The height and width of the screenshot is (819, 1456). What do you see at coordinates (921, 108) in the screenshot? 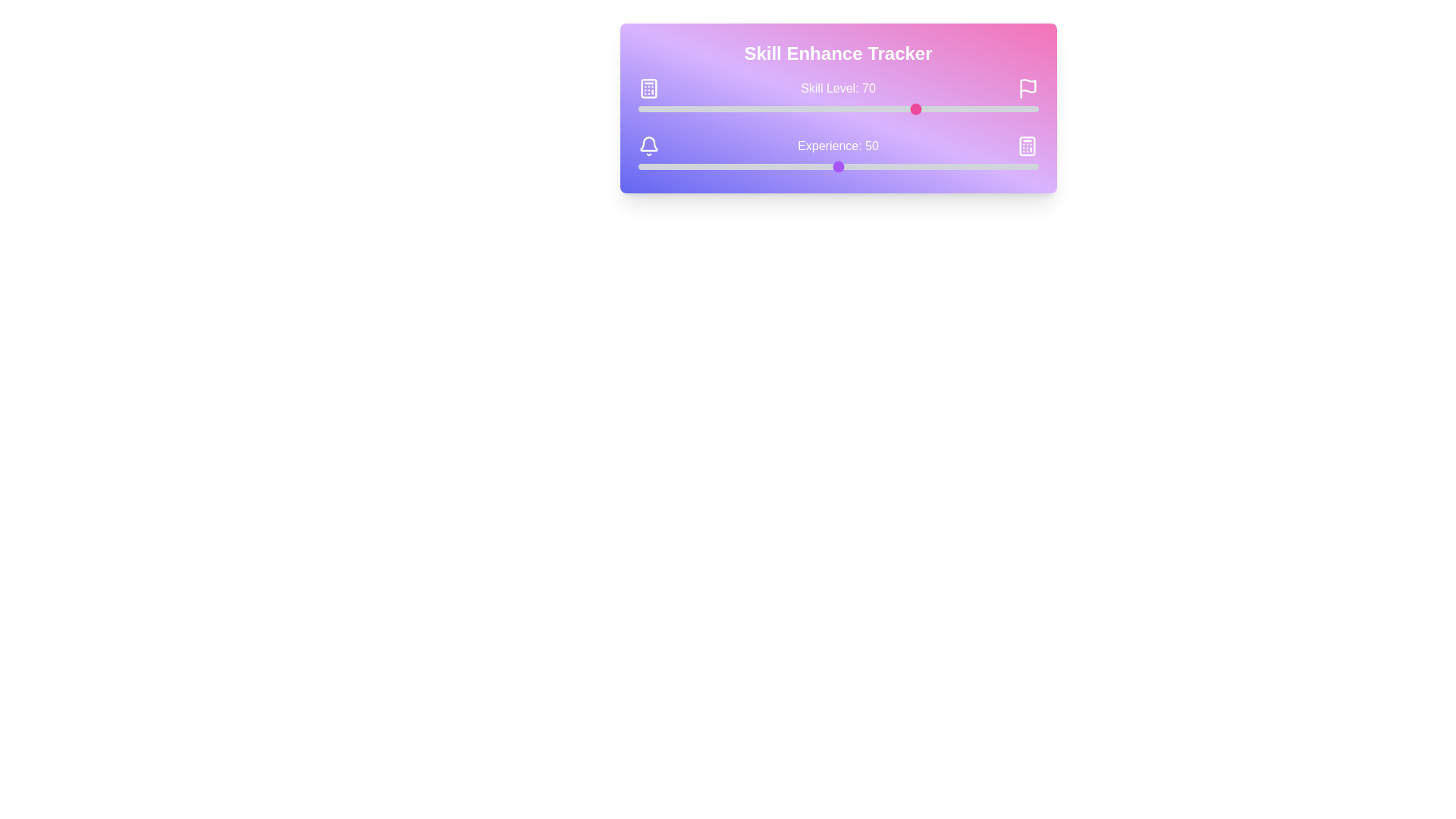
I see `the skill level slider to 71, where 71 is a value between 0 and 100` at bounding box center [921, 108].